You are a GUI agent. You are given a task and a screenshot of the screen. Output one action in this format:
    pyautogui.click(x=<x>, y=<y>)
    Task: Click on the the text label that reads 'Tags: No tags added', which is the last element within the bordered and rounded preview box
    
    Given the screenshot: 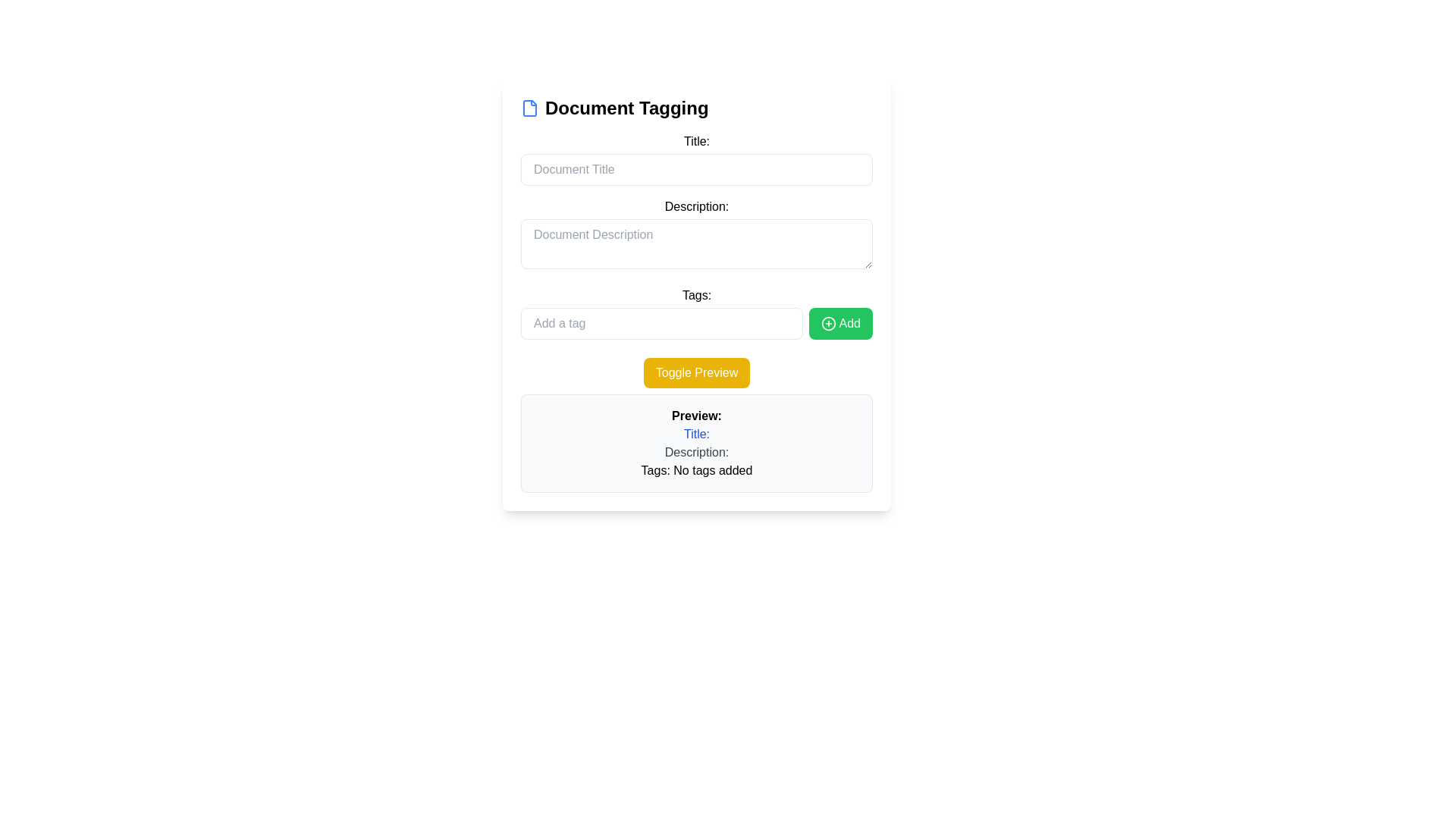 What is the action you would take?
    pyautogui.click(x=695, y=470)
    